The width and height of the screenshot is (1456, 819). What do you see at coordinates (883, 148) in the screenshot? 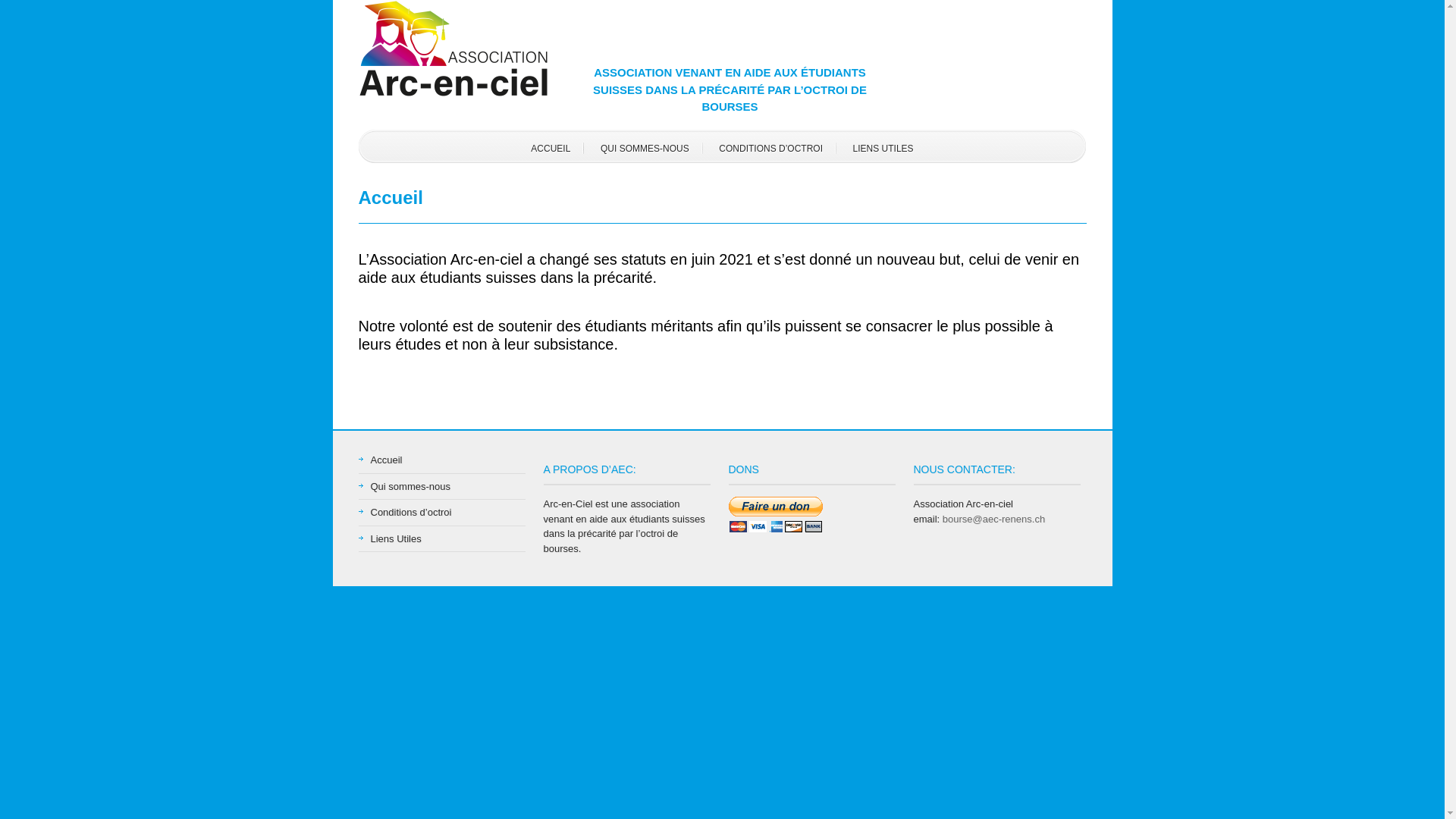
I see `'LIENS UTILES'` at bounding box center [883, 148].